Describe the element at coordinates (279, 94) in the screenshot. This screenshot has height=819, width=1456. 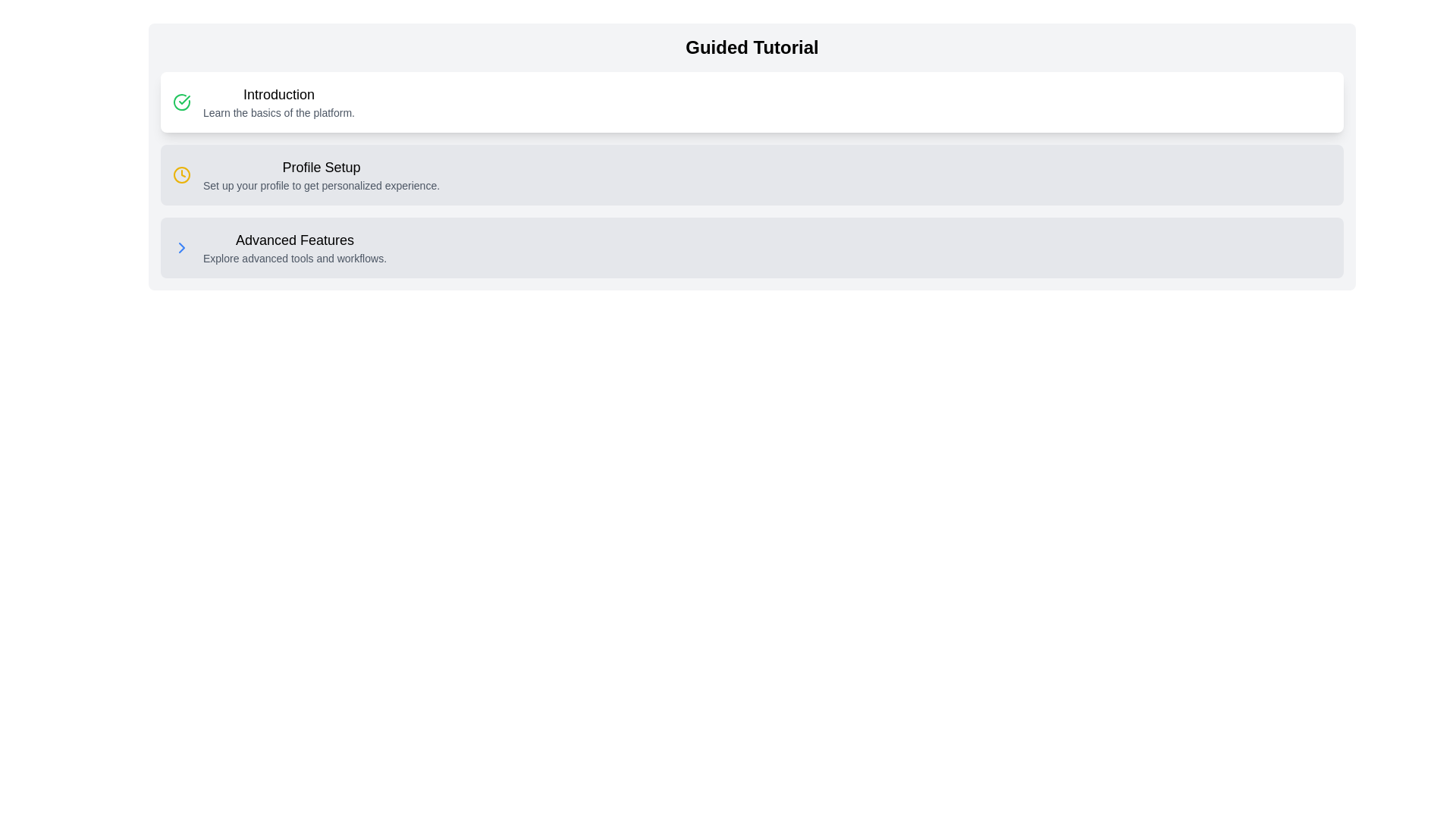
I see `the text label reading 'Introduction', which is styled with a larger and bold font, positioned at the beginning of the section above the text 'Learn the basics of the platform'` at that location.